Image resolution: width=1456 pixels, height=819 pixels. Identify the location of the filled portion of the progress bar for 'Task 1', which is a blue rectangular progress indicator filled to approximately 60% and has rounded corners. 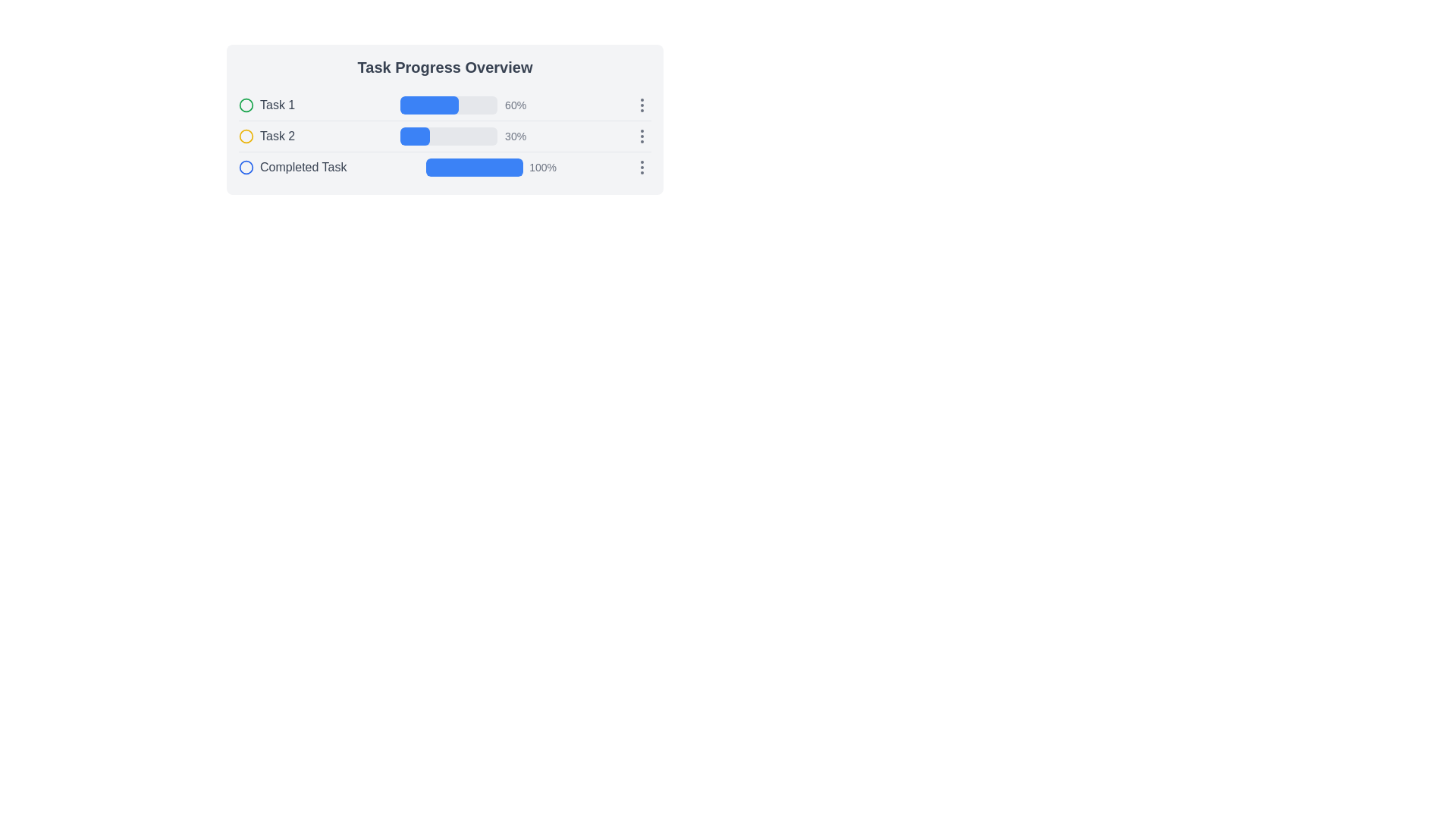
(428, 104).